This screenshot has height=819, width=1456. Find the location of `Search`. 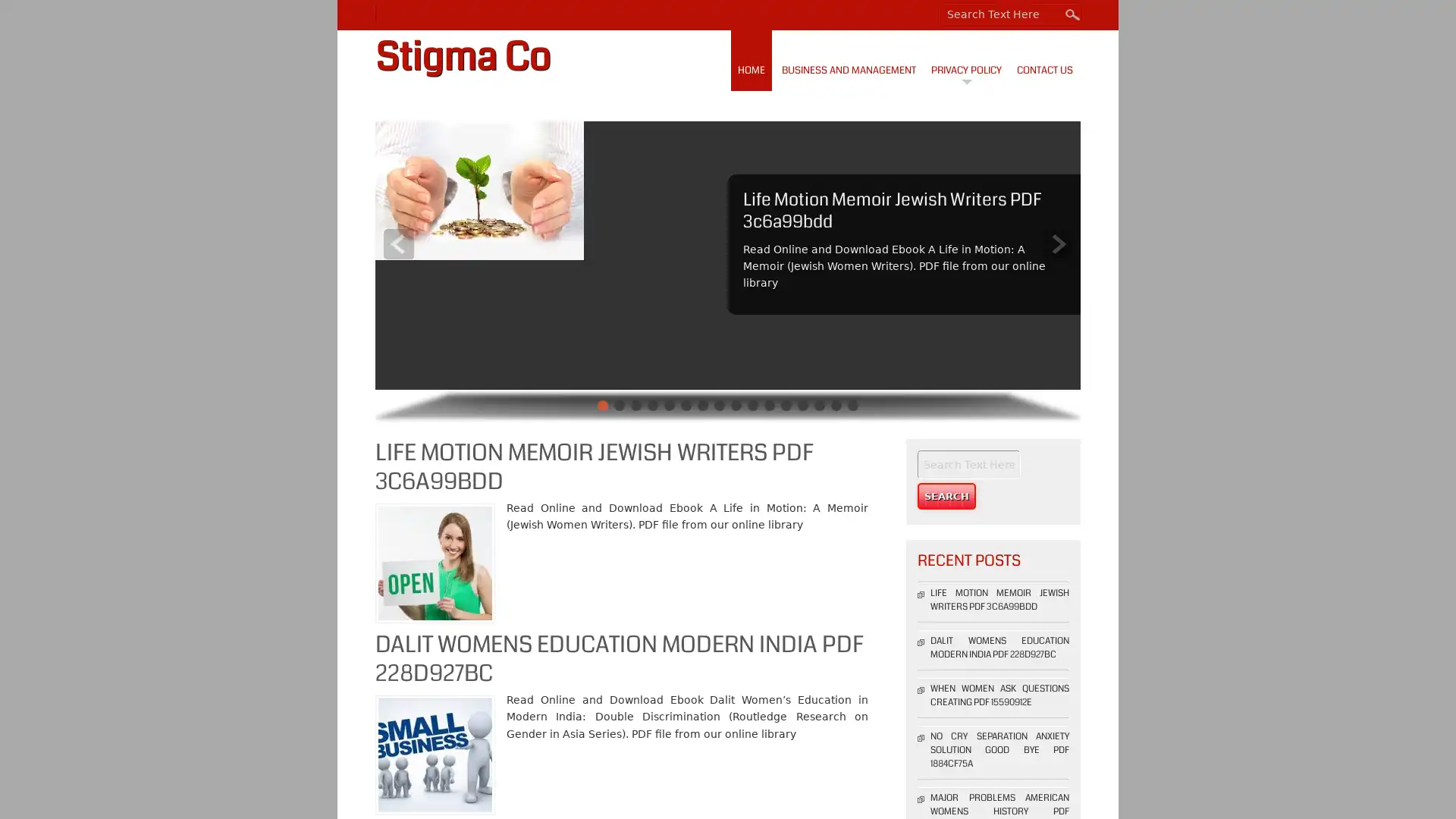

Search is located at coordinates (946, 496).